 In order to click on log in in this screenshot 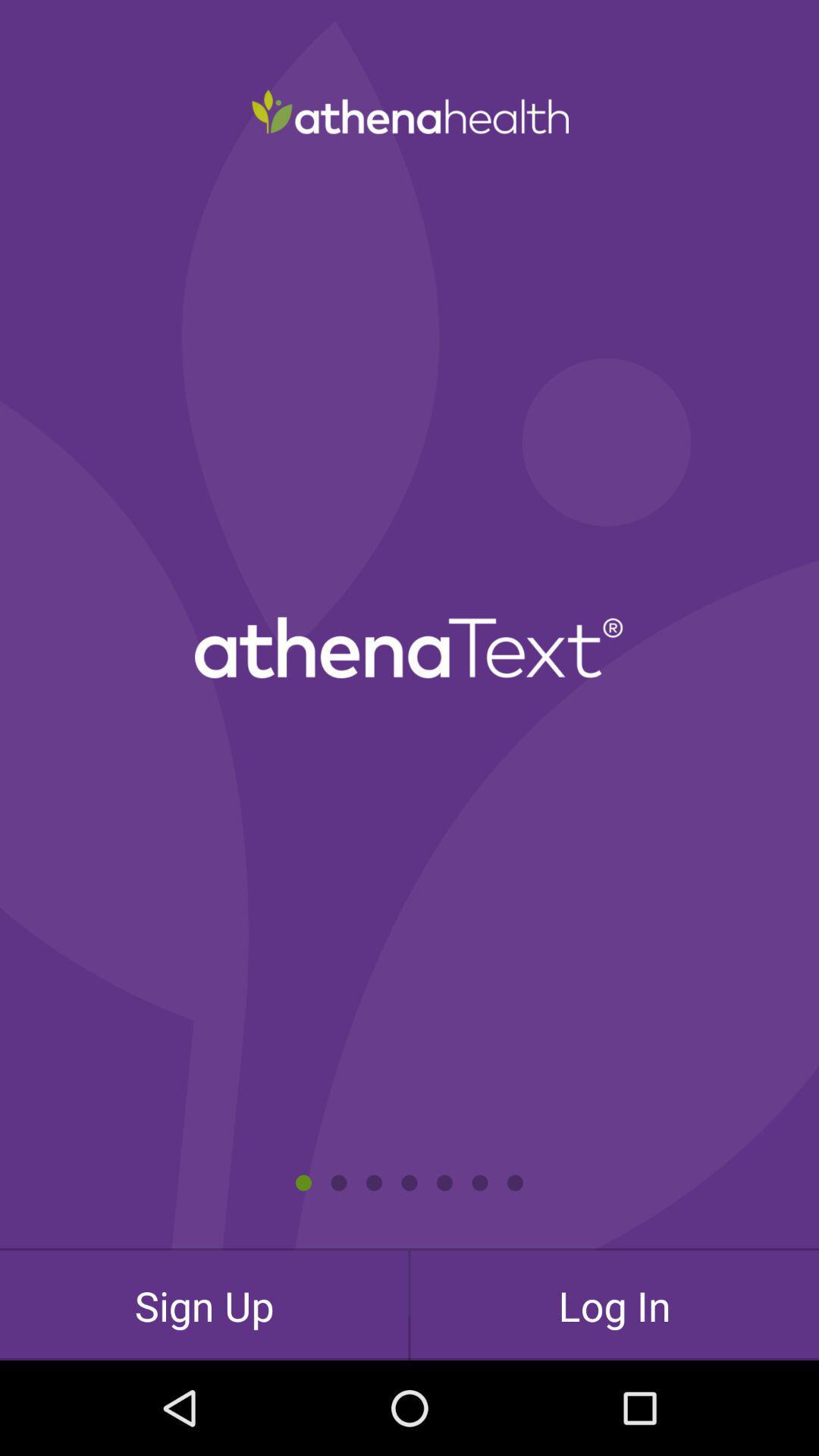, I will do `click(614, 1304)`.